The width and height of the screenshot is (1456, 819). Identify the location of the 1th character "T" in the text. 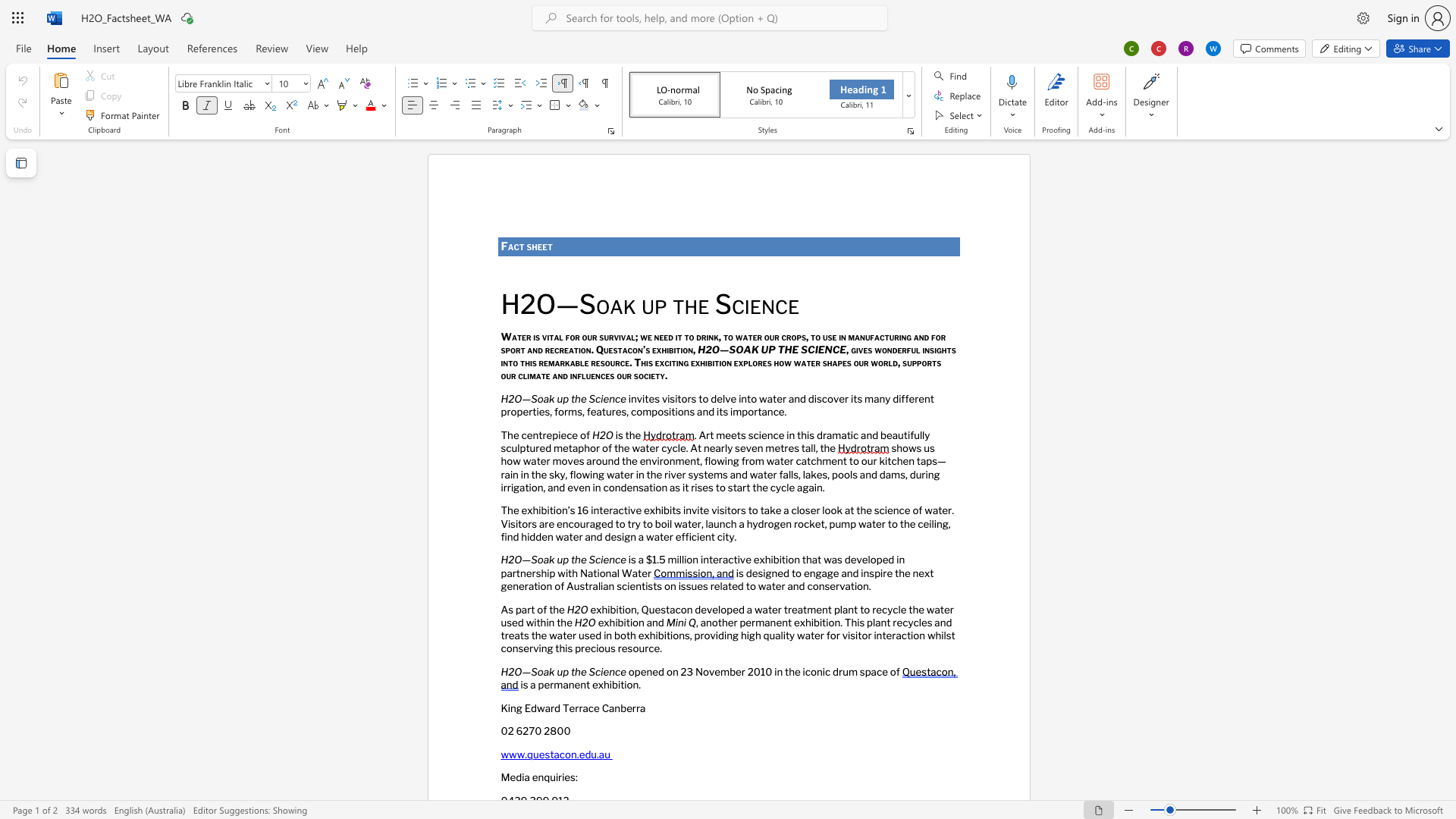
(504, 435).